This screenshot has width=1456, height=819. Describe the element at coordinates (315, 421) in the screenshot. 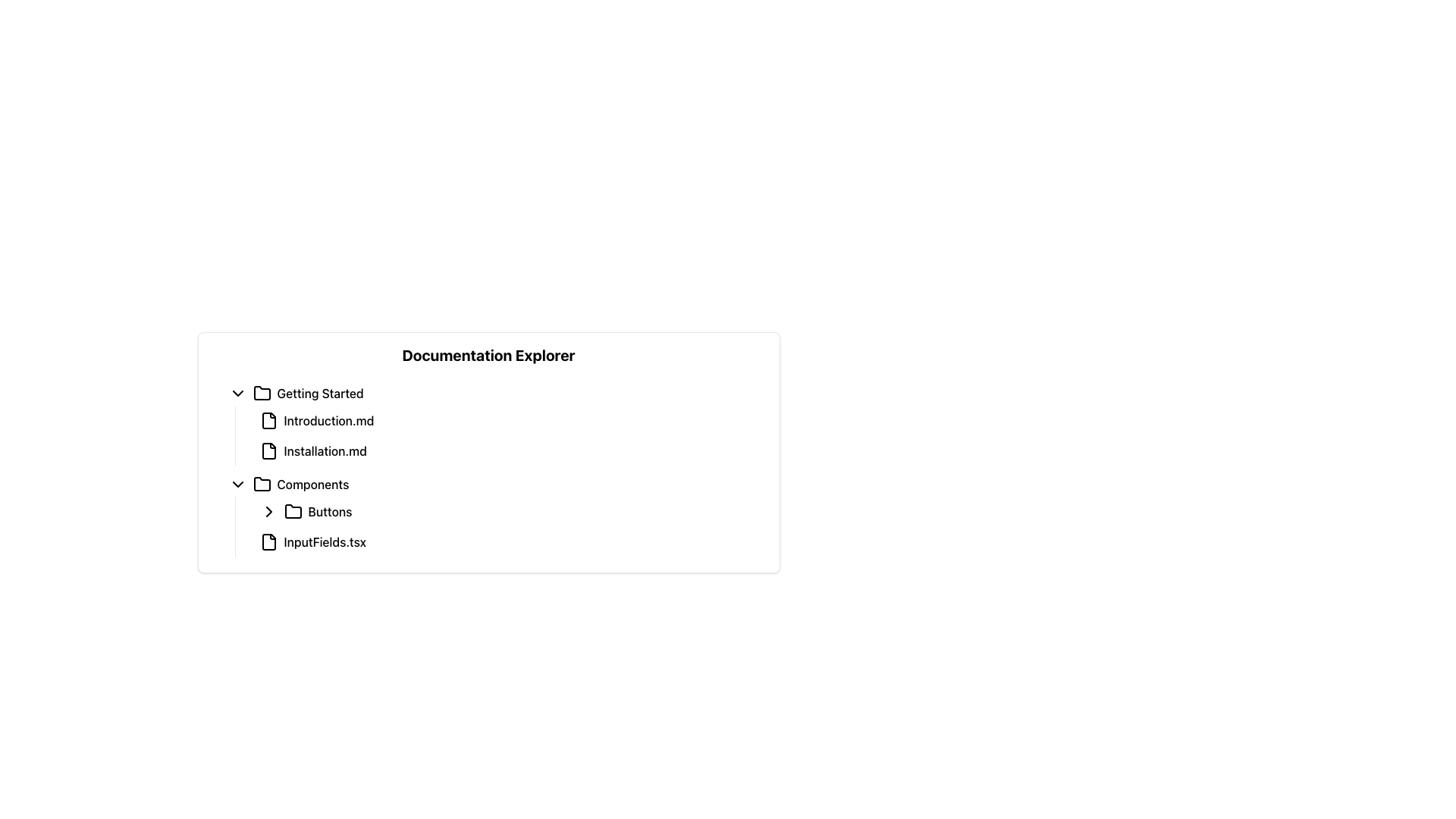

I see `the 'Introduction.md' Navigation Item, which is the first file listed under the 'Getting Started' section in the Documentation Explorer` at that location.